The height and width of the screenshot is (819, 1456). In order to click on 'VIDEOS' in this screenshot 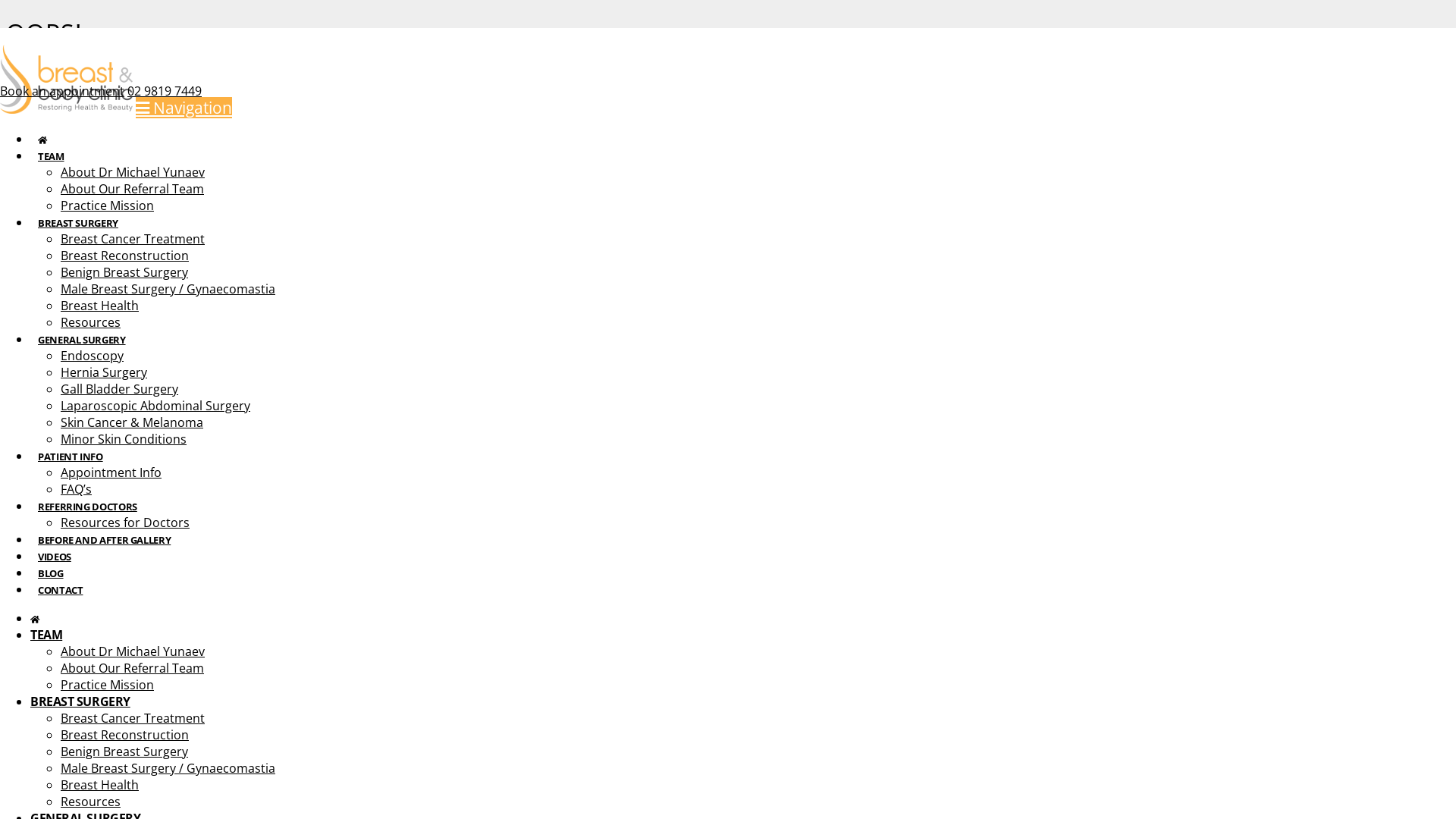, I will do `click(30, 553)`.